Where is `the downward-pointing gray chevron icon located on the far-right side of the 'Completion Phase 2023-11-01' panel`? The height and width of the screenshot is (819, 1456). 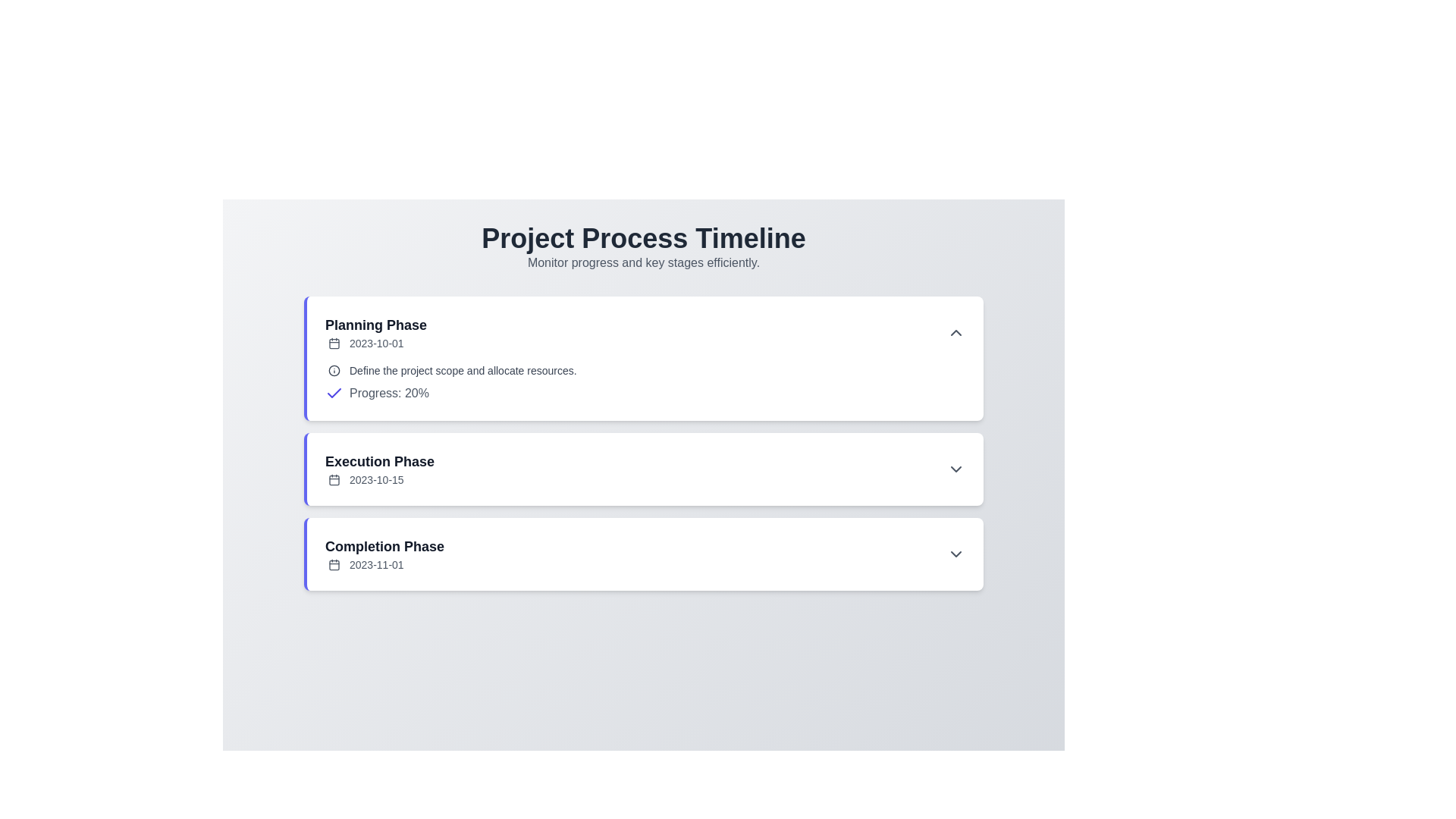 the downward-pointing gray chevron icon located on the far-right side of the 'Completion Phase 2023-11-01' panel is located at coordinates (955, 554).